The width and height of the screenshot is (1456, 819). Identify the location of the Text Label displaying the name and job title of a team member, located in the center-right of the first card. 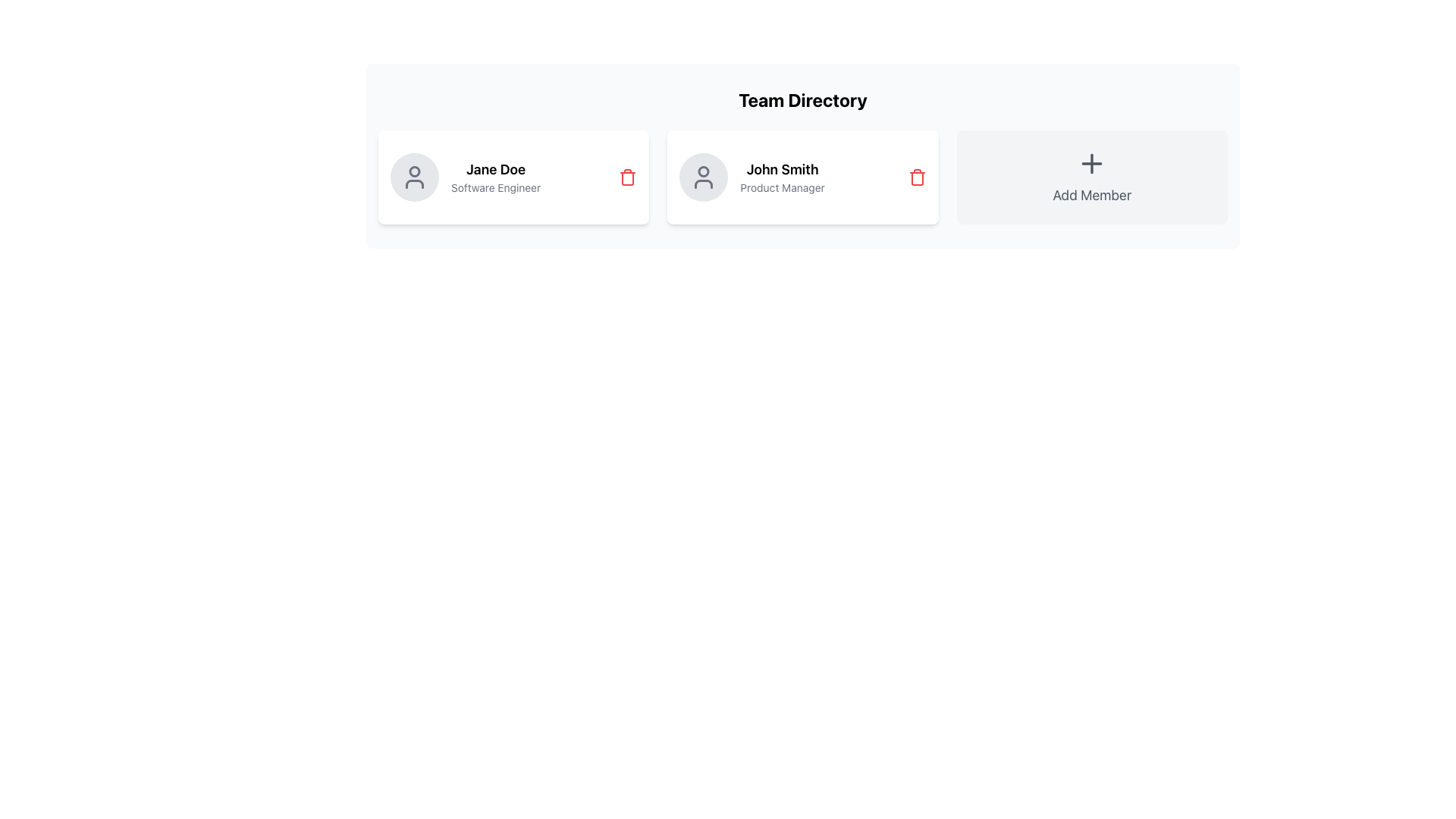
(496, 177).